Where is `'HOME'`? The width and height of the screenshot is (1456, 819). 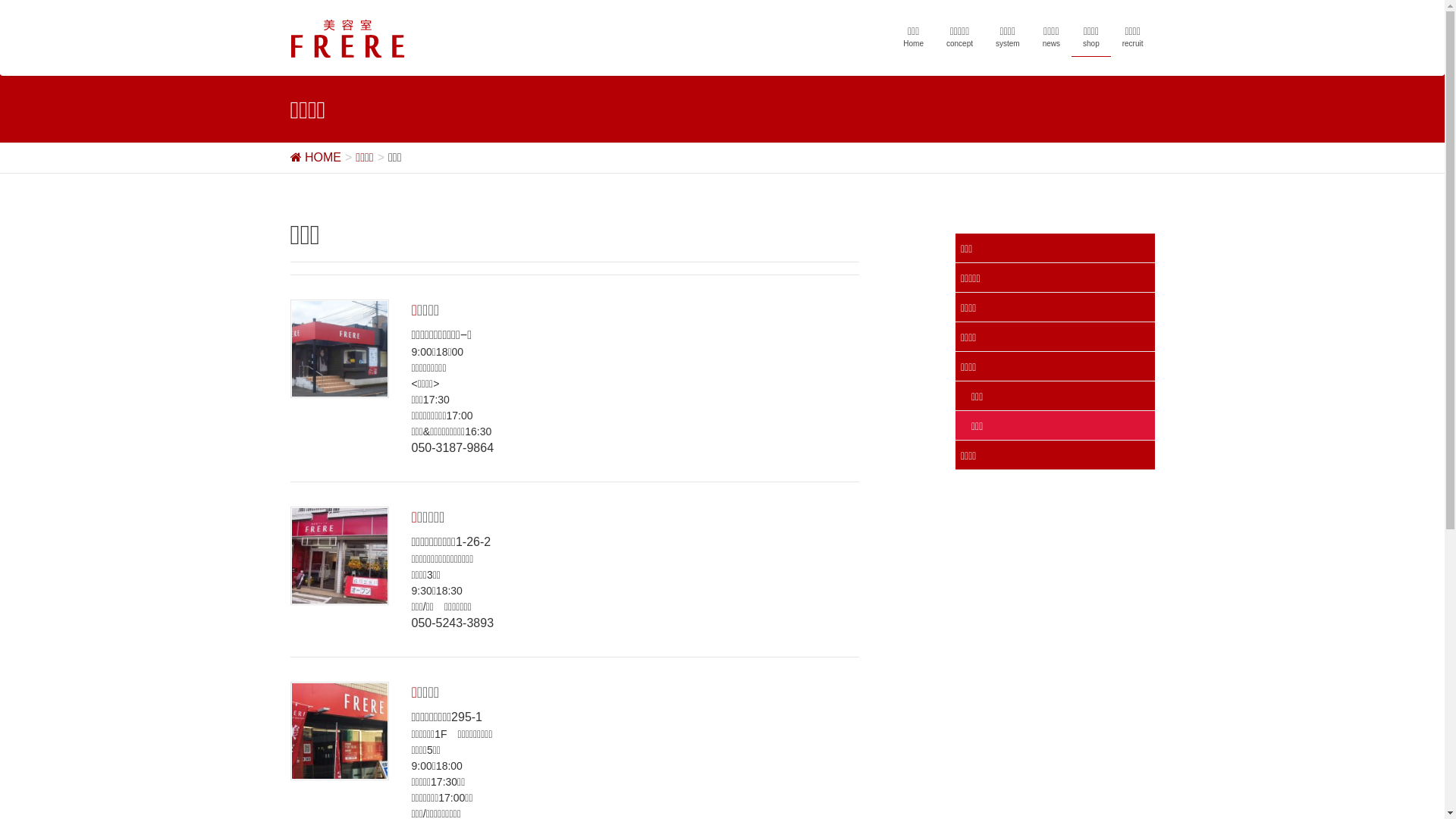 'HOME' is located at coordinates (314, 157).